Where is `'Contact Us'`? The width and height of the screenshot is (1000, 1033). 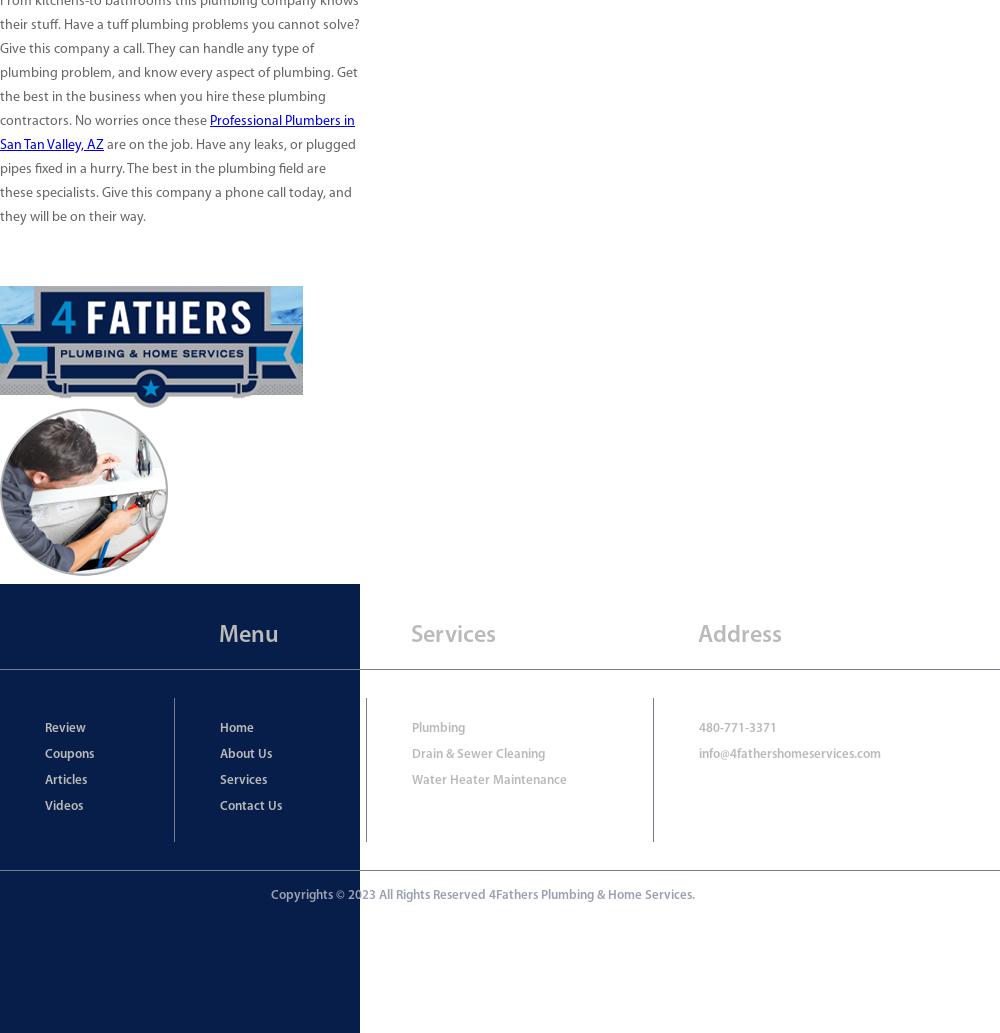 'Contact Us' is located at coordinates (250, 806).